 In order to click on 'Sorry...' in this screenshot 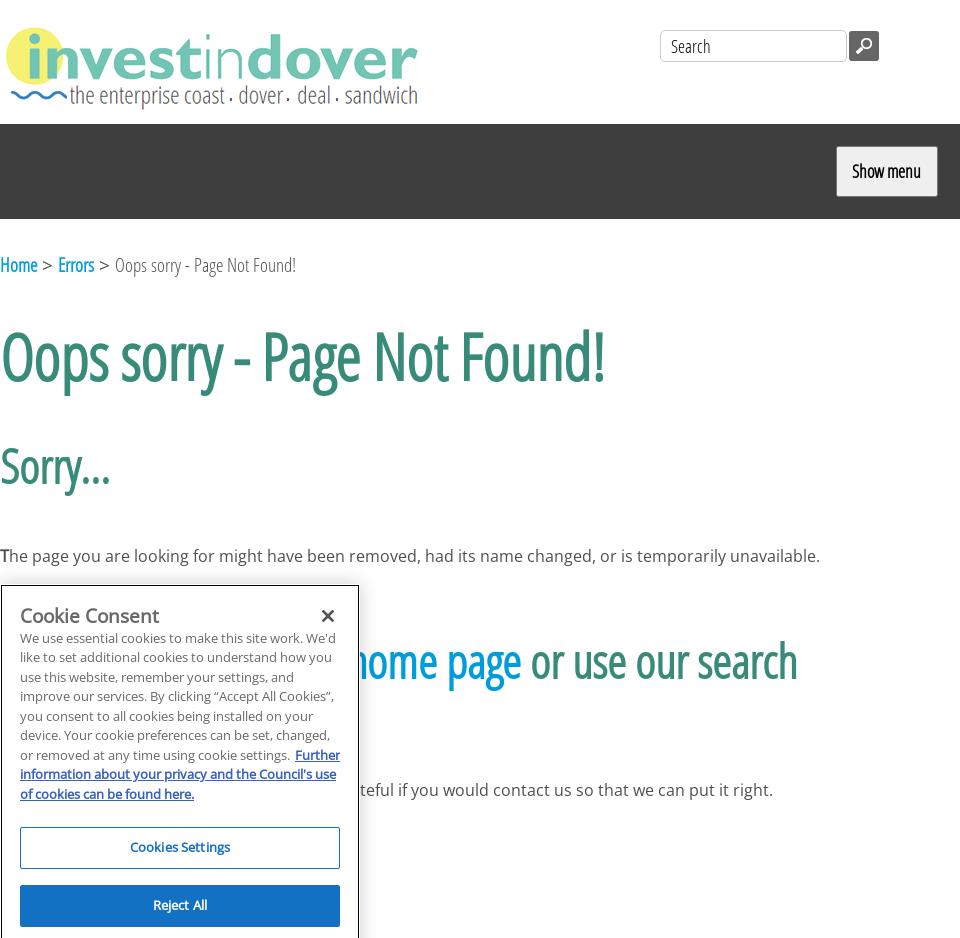, I will do `click(54, 464)`.